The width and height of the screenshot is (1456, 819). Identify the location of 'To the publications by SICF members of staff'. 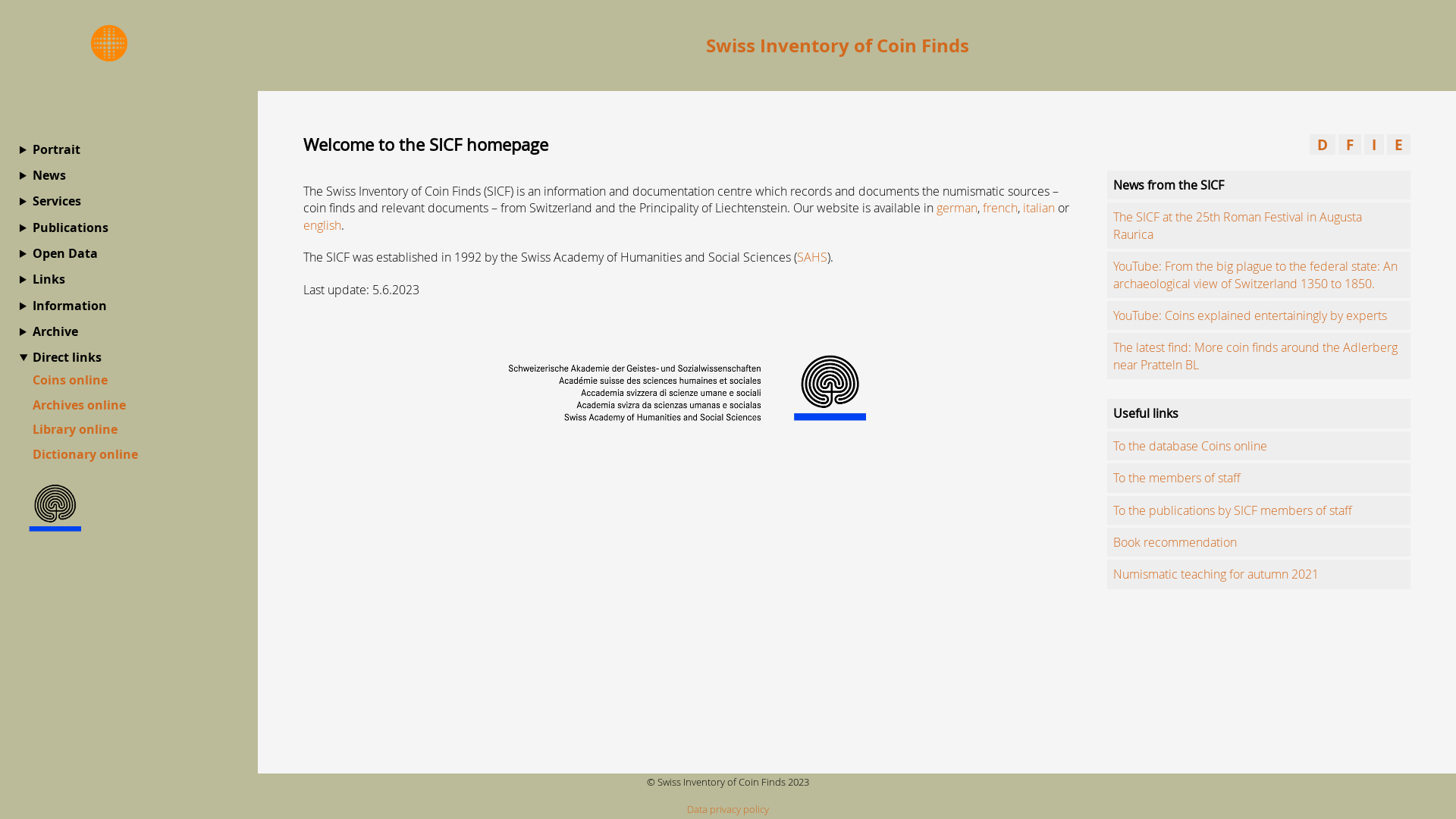
(1232, 510).